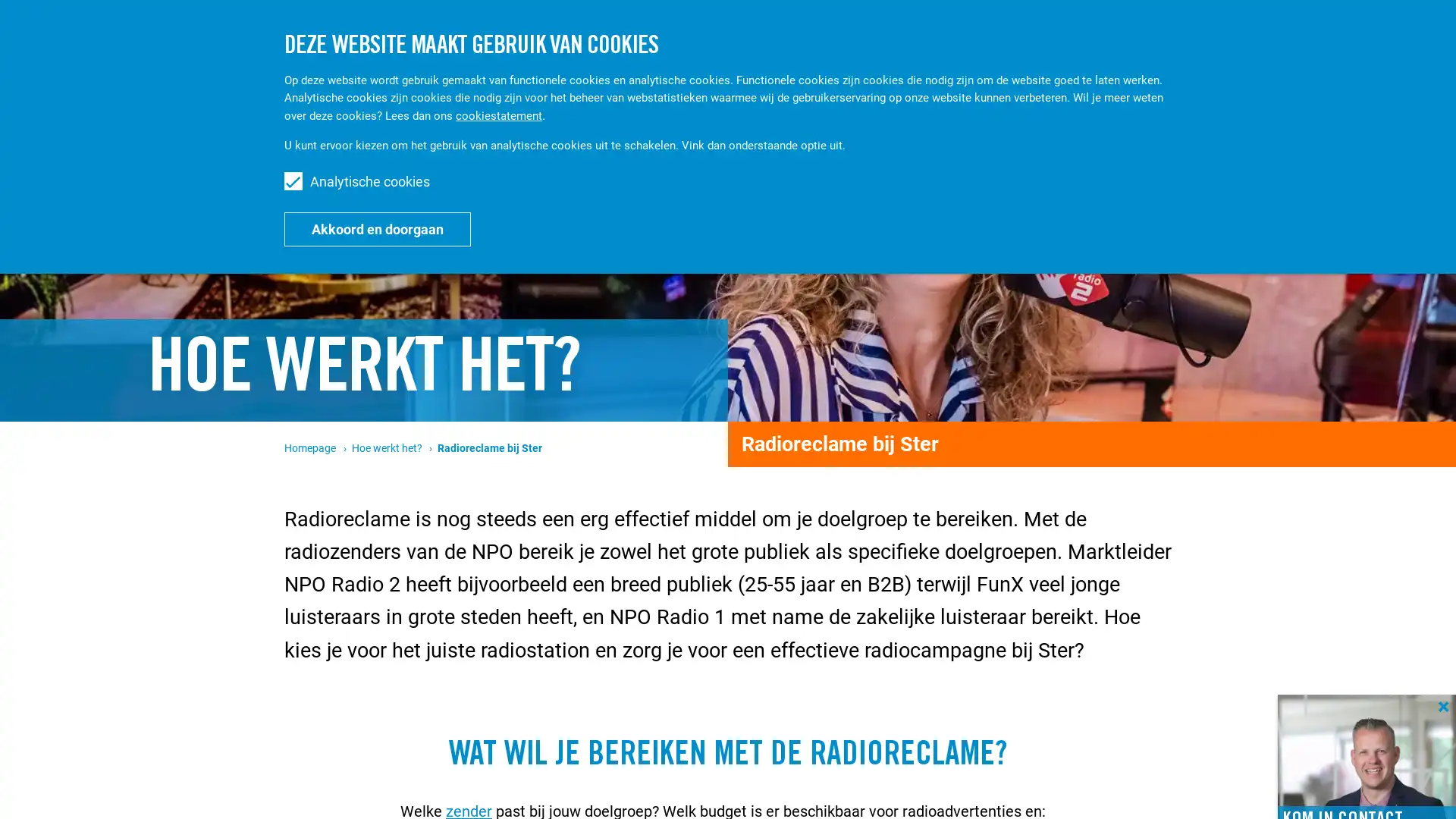 The width and height of the screenshot is (1456, 819). I want to click on Zoeken, so click(1299, 36).